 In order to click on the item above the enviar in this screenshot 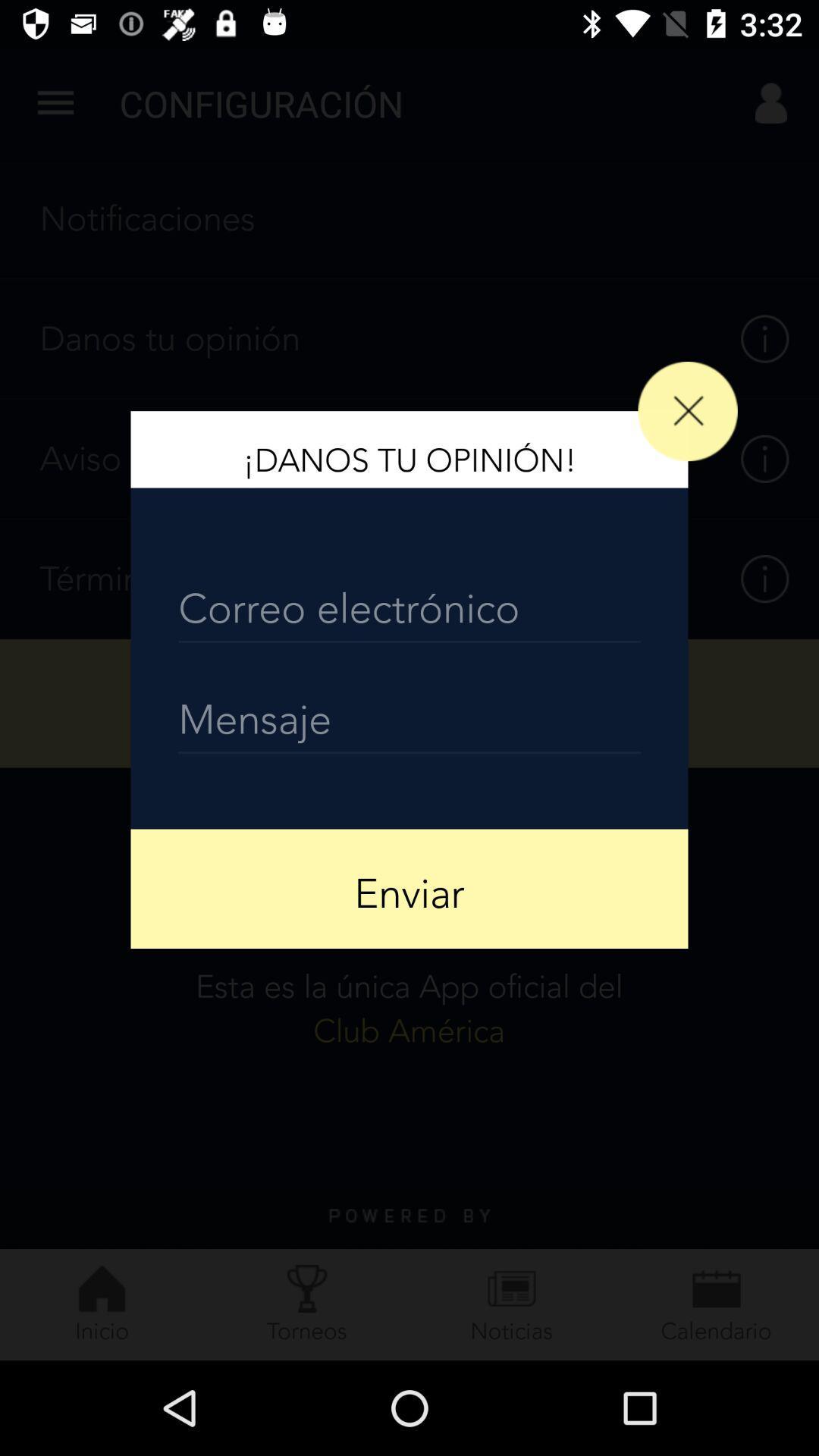, I will do `click(409, 723)`.